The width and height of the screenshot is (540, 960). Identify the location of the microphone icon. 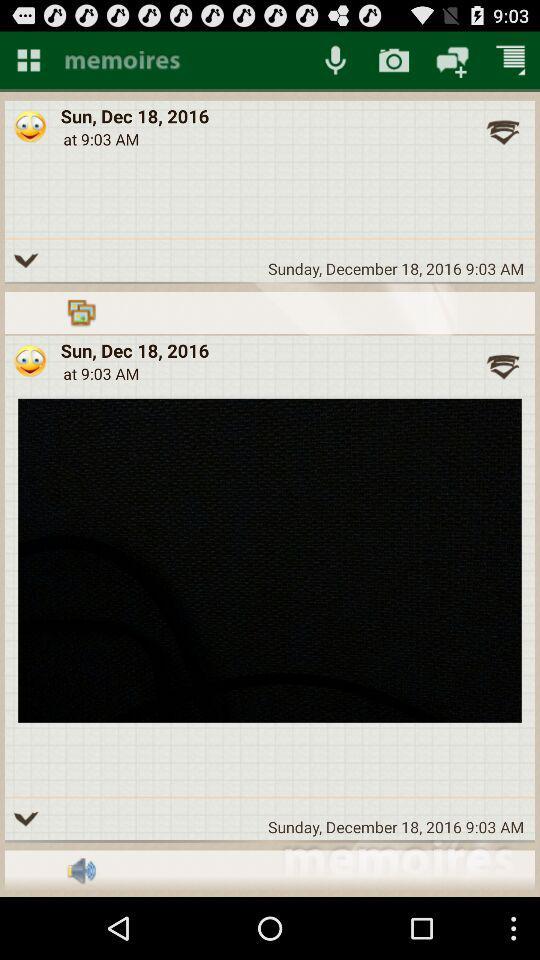
(335, 64).